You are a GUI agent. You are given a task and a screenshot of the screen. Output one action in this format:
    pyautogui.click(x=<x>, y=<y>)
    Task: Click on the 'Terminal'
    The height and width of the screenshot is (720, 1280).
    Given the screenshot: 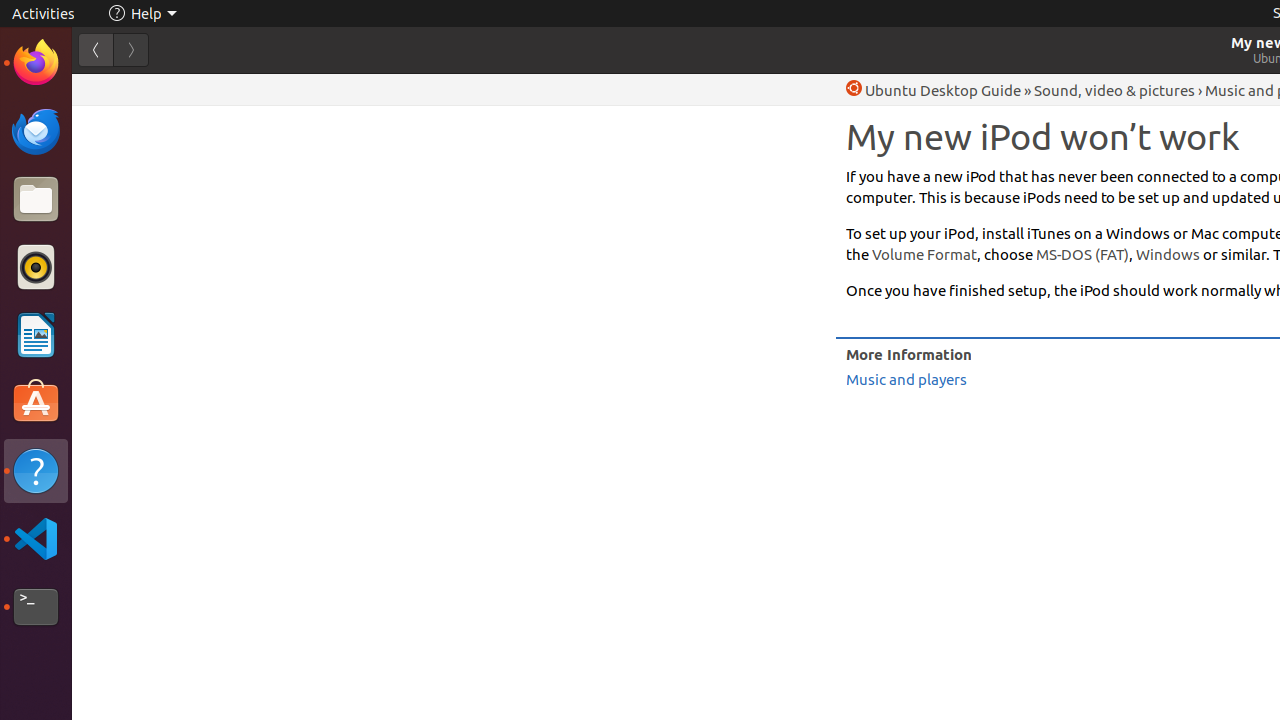 What is the action you would take?
    pyautogui.click(x=35, y=606)
    